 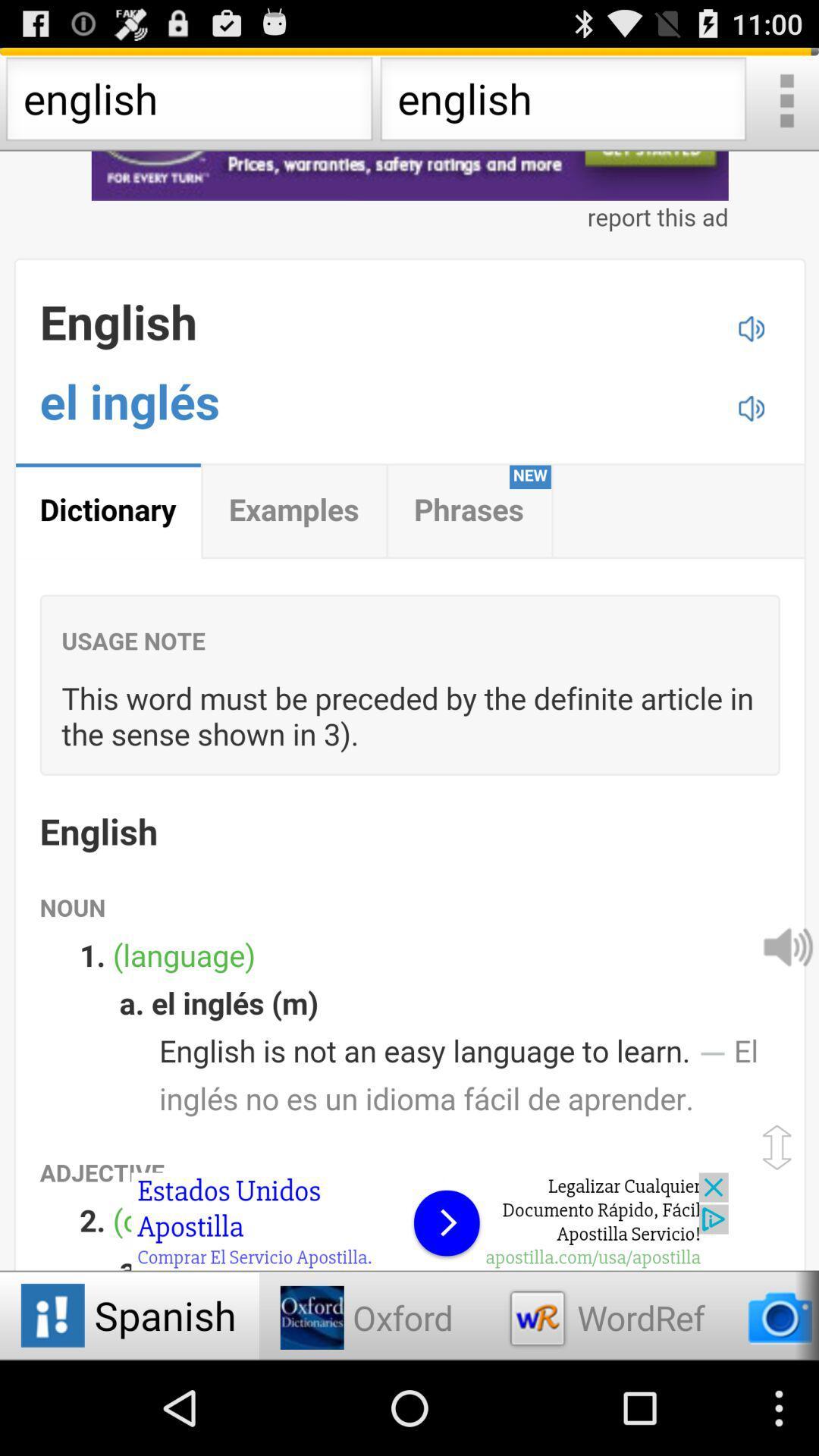 What do you see at coordinates (786, 1012) in the screenshot?
I see `the volume icon` at bounding box center [786, 1012].